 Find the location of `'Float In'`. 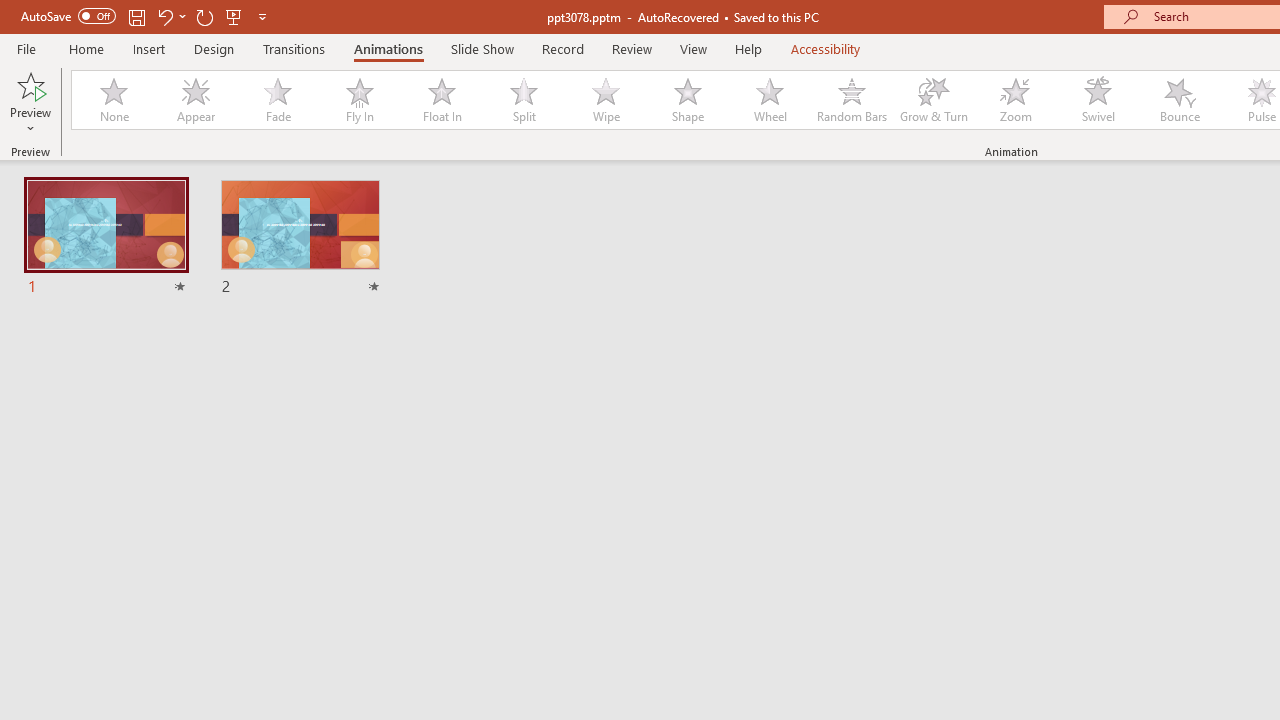

'Float In' is located at coordinates (440, 100).